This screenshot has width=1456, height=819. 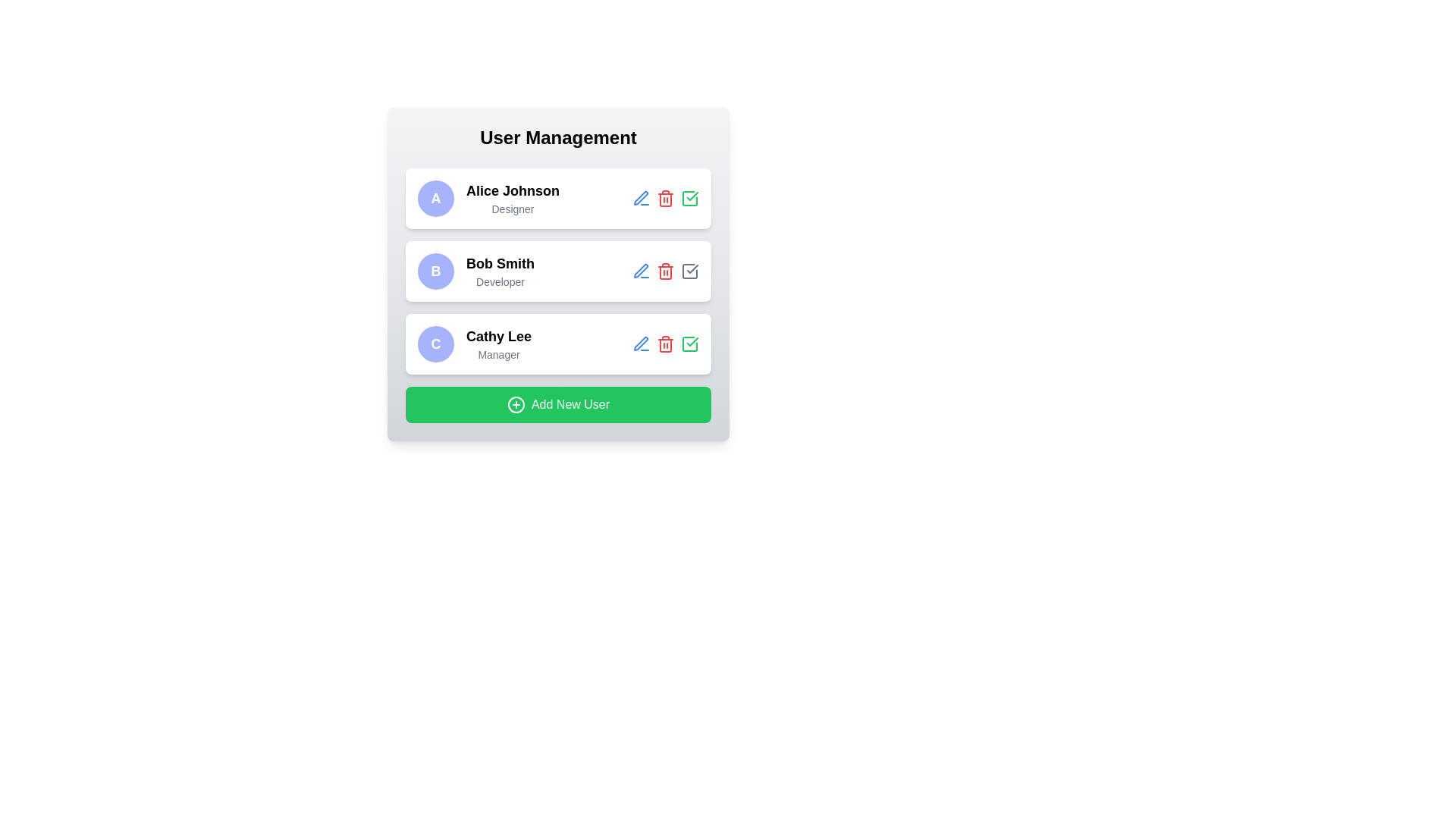 What do you see at coordinates (692, 195) in the screenshot?
I see `the checkmark icon indicating confirmation for 'Cathy Lee, Manager', located in the rightmost column of action icons` at bounding box center [692, 195].